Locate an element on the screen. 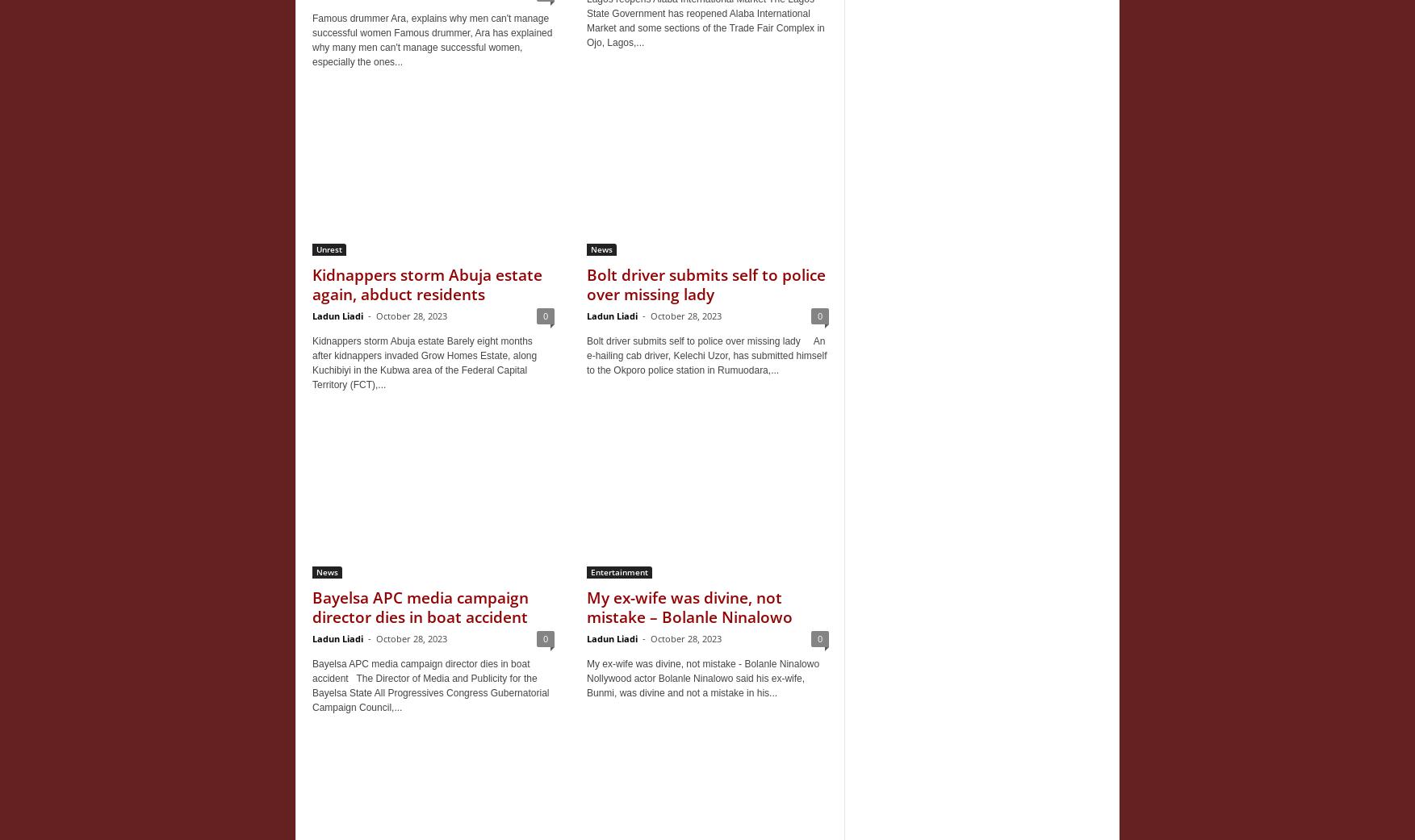 This screenshot has width=1415, height=840. 'Bolt driver submits self to police over missing lady
 

 

An e-hailing cab driver, Kelechi Uzor, has submitted himself to the Okporo police station in Rumuodara,...' is located at coordinates (706, 354).